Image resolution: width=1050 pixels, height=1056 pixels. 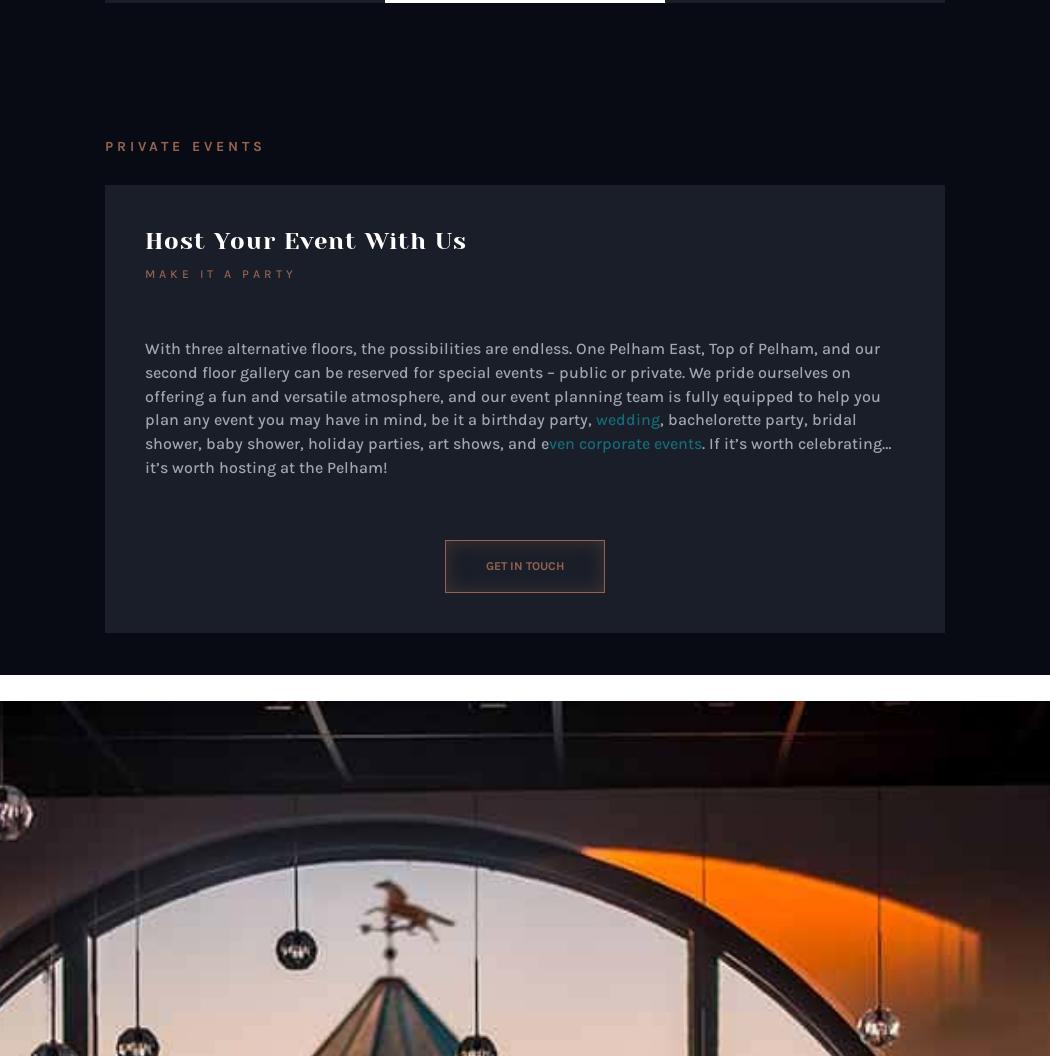 I want to click on ', bachelorette party, bridal shower, baby shower, holiday parties, art shows, and e', so click(x=499, y=431).